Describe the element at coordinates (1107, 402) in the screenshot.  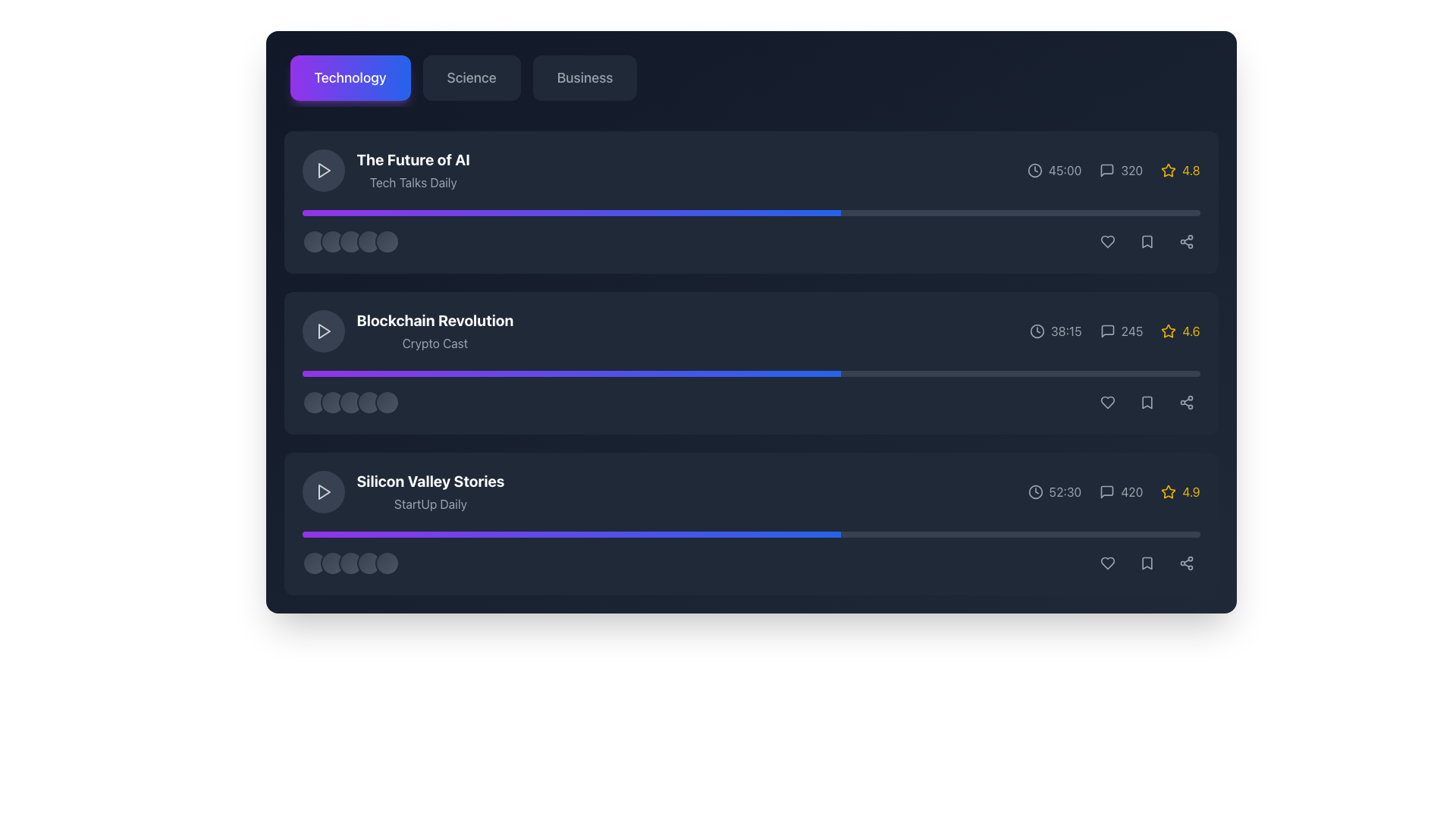
I see `the heart icon to like the item titled 'Blockchain Revolution' located in the second row of the list` at that location.